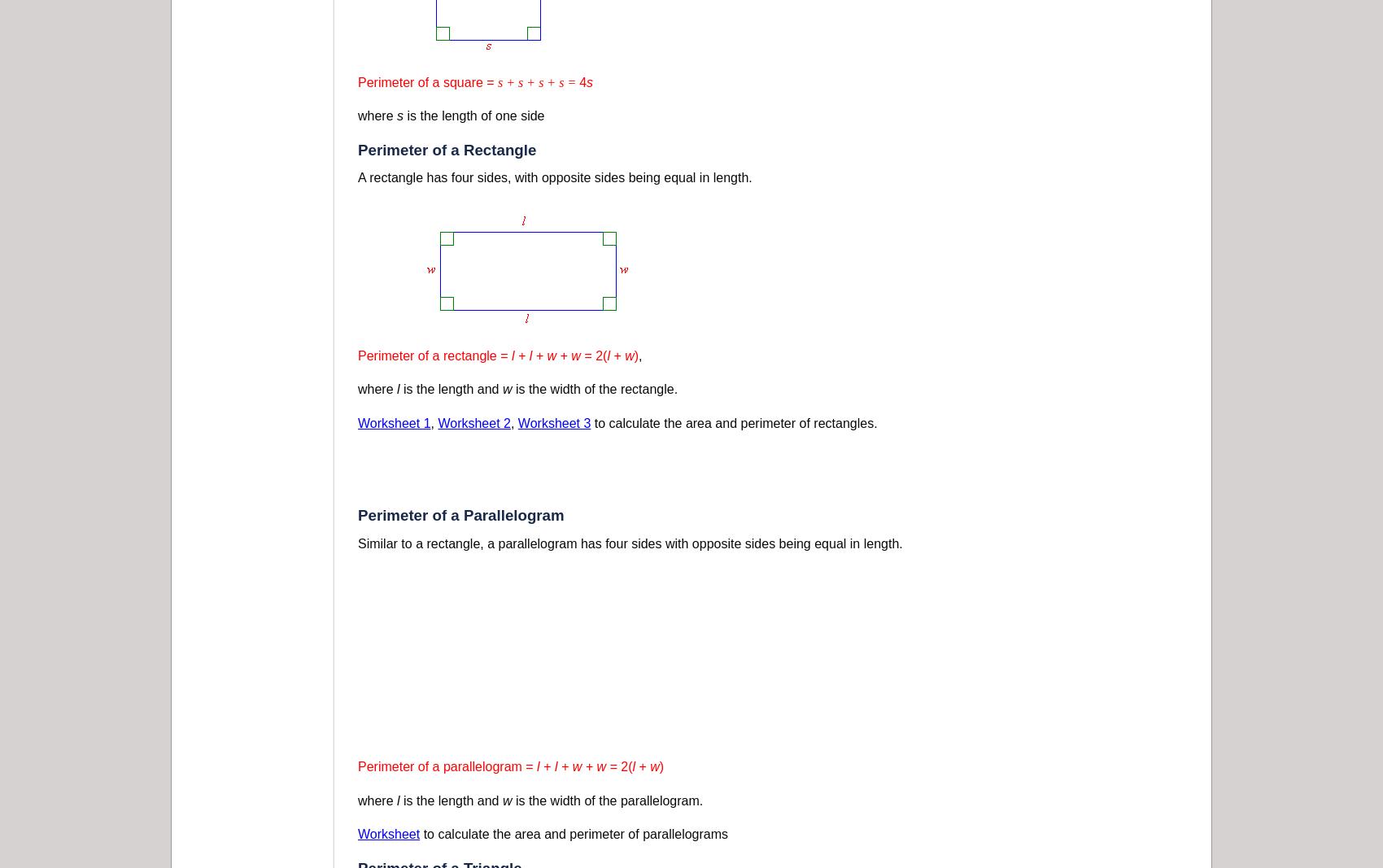  What do you see at coordinates (419, 834) in the screenshot?
I see `'to calculate the area and perimeter of parallelograms'` at bounding box center [419, 834].